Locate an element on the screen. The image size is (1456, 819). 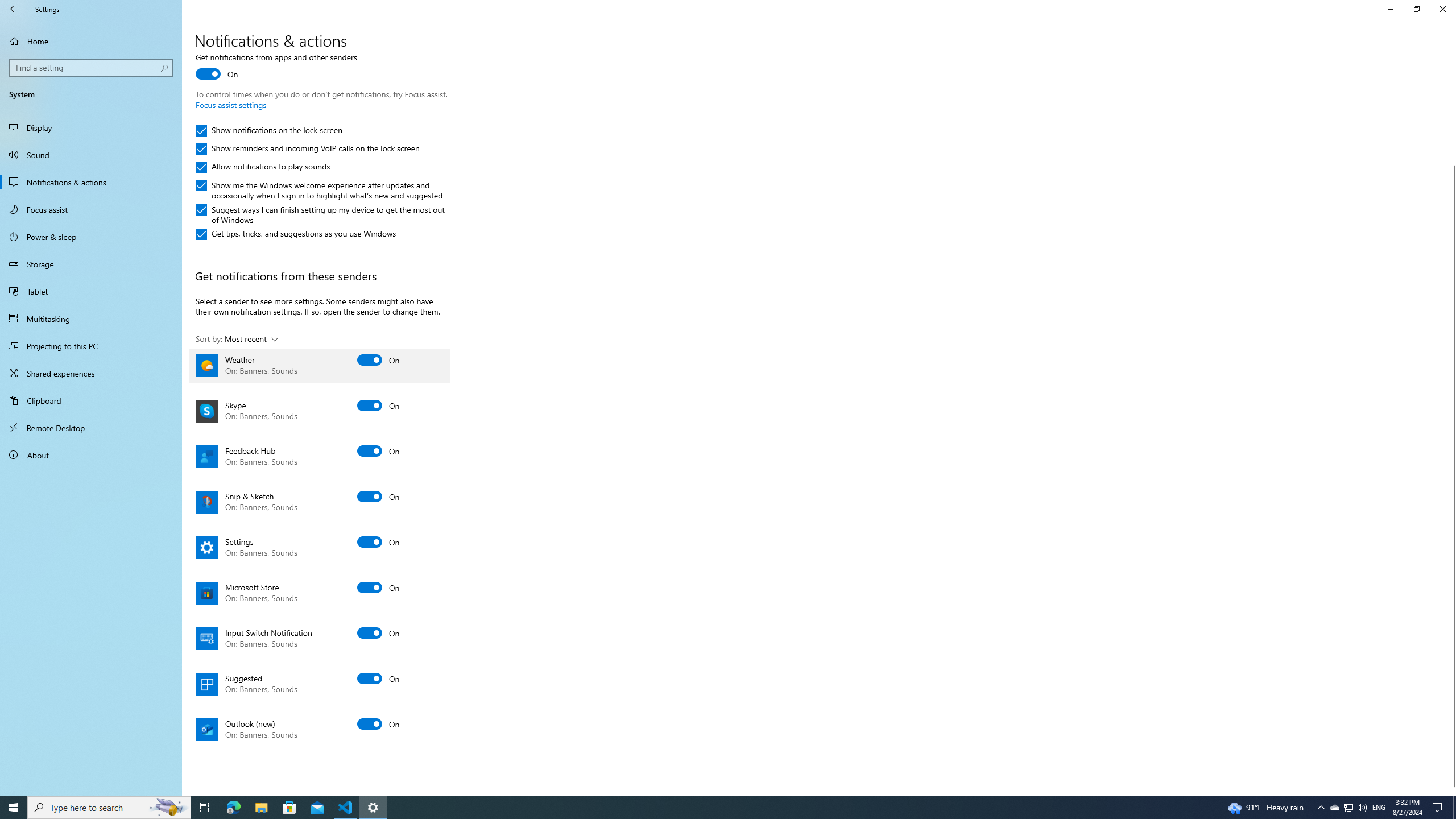
'Task View' is located at coordinates (204, 806).